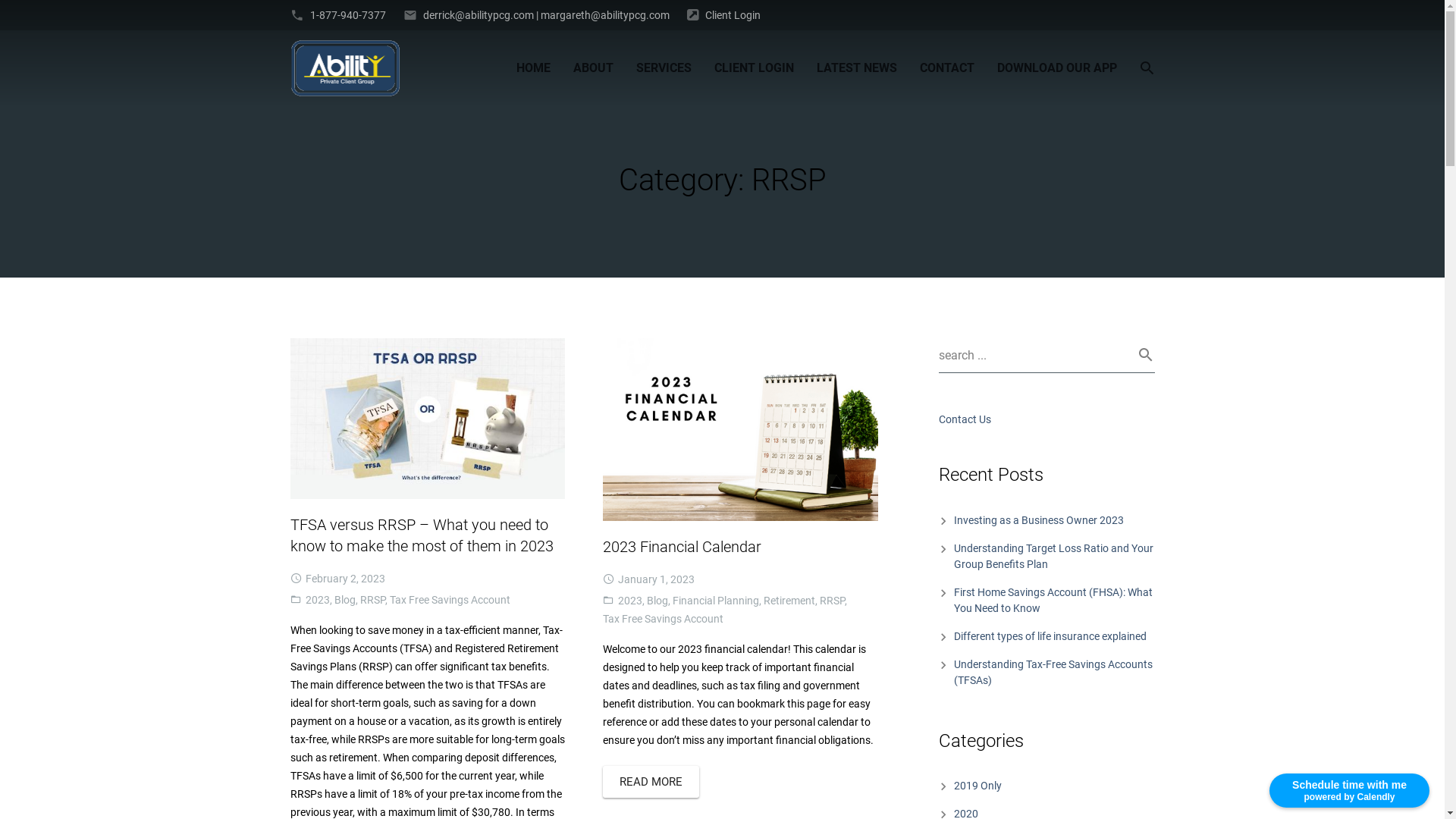 Image resolution: width=1456 pixels, height=819 pixels. I want to click on 'ABOUT', so click(591, 67).